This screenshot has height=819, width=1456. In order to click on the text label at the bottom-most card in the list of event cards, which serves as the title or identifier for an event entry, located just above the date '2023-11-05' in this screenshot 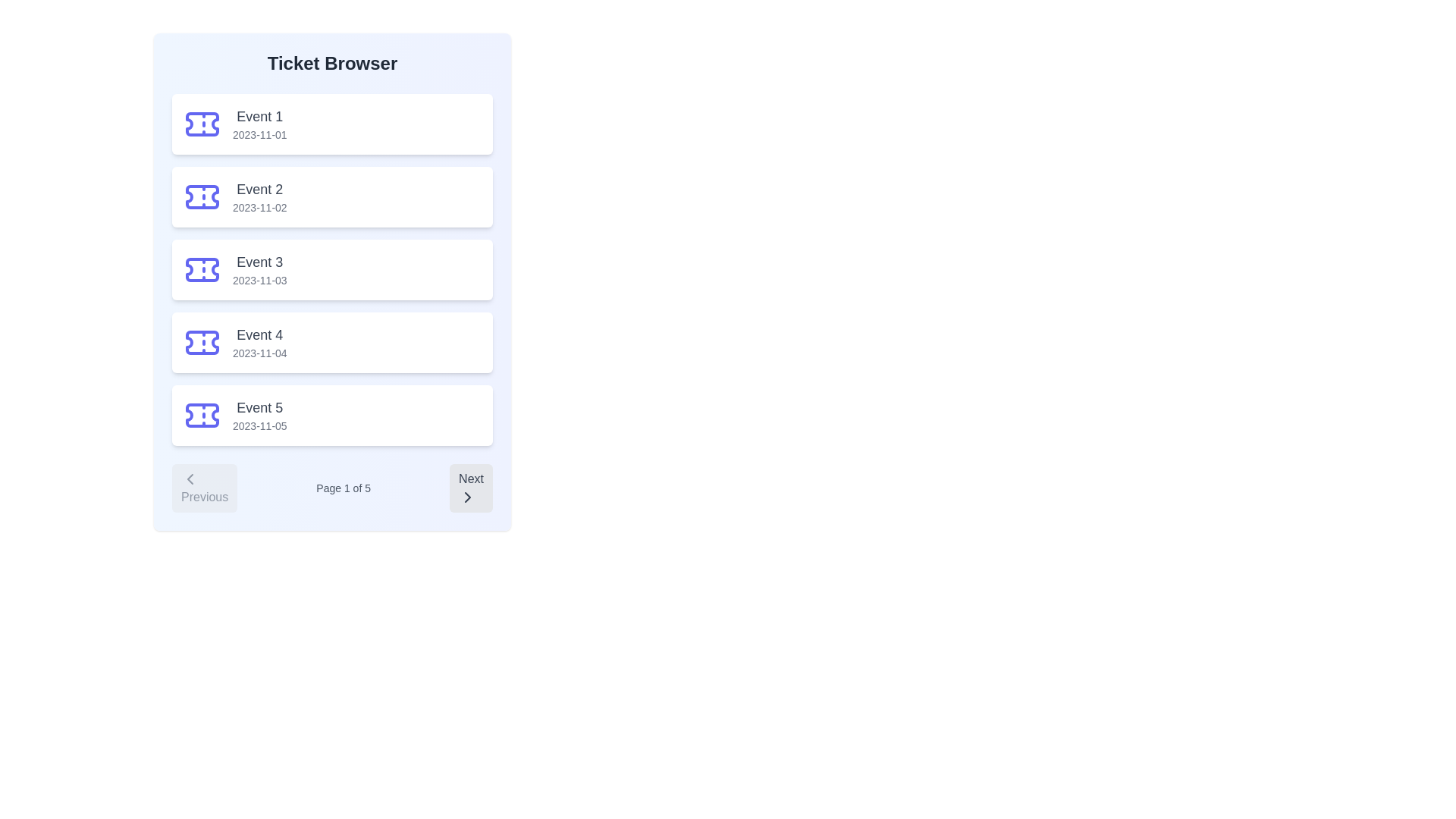, I will do `click(259, 406)`.